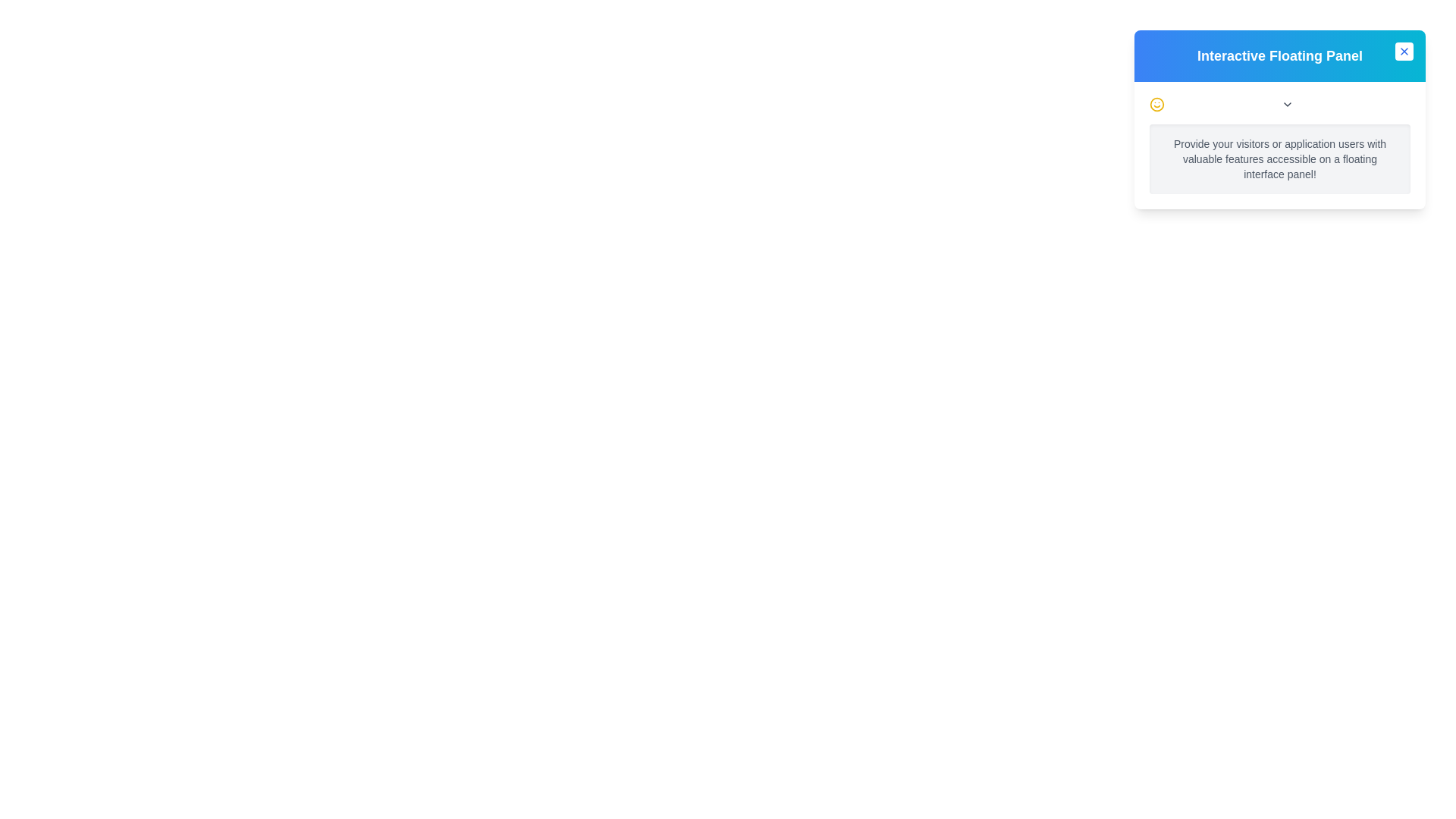  Describe the element at coordinates (1279, 146) in the screenshot. I see `the text block displaying 'Provide your visitors or application users with valuable features accessible on a floating interface panel!' which is located within the floating interface panel beneath the heading 'Interactive Floating Panel'` at that location.